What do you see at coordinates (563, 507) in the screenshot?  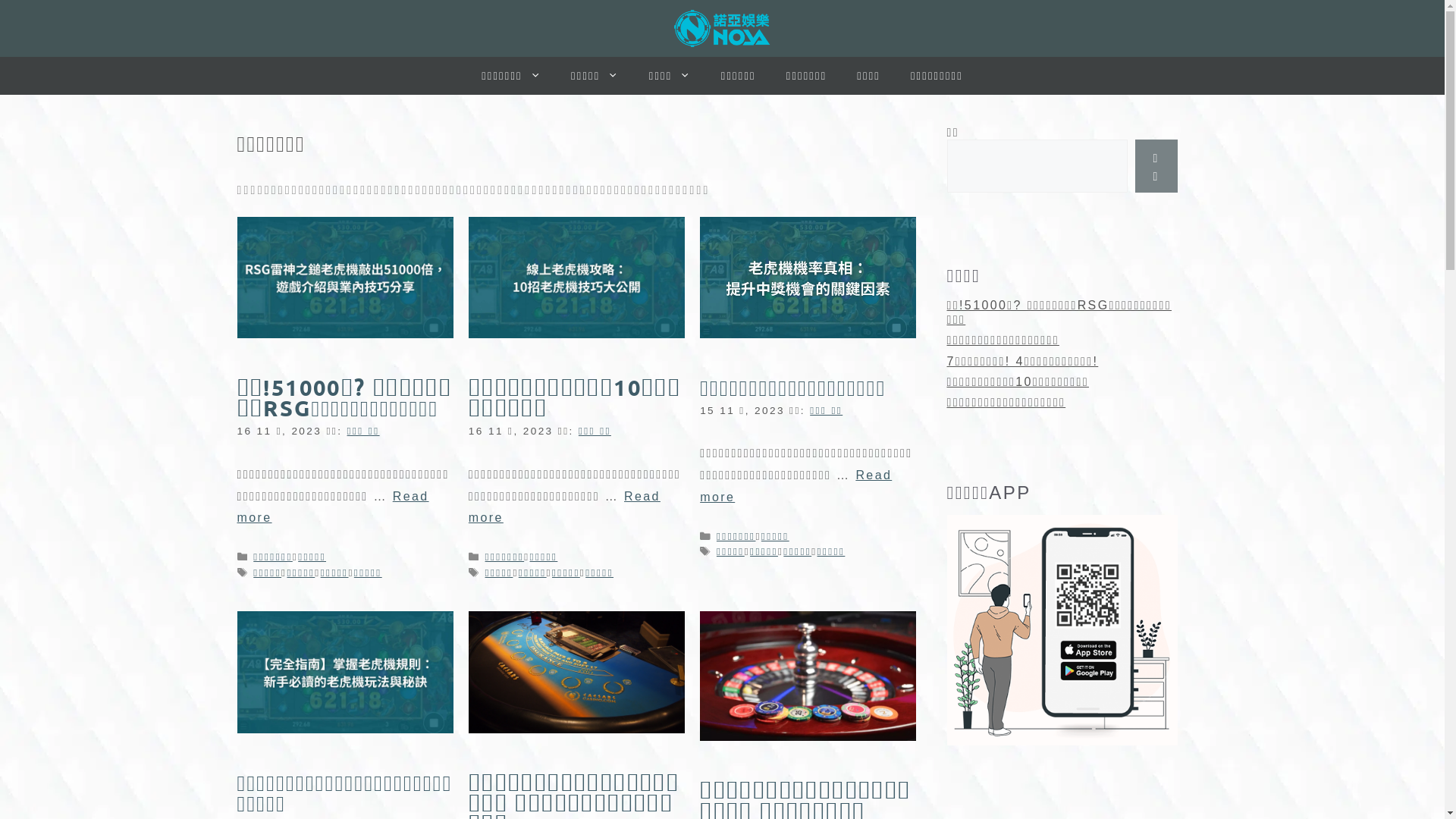 I see `'Read more'` at bounding box center [563, 507].